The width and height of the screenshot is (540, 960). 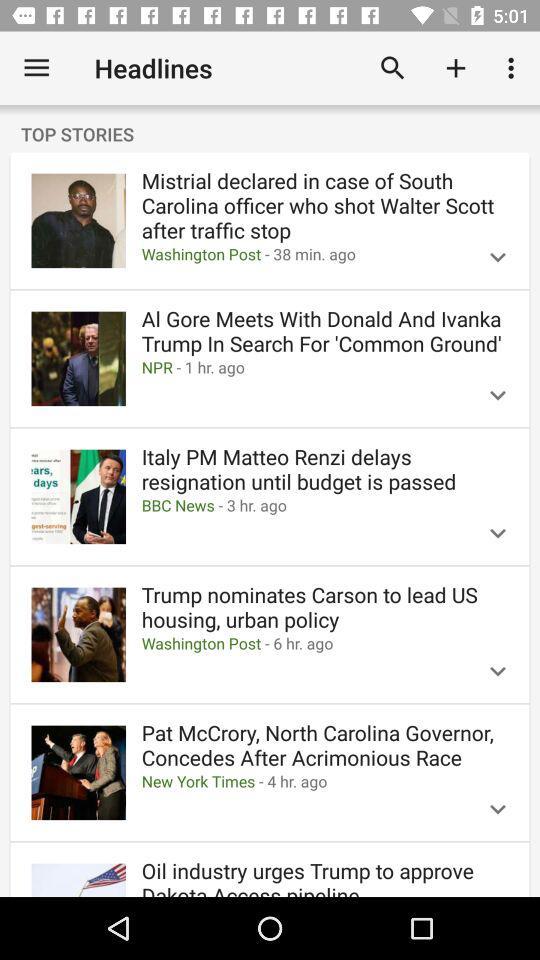 I want to click on the expand_more icon, so click(x=496, y=532).